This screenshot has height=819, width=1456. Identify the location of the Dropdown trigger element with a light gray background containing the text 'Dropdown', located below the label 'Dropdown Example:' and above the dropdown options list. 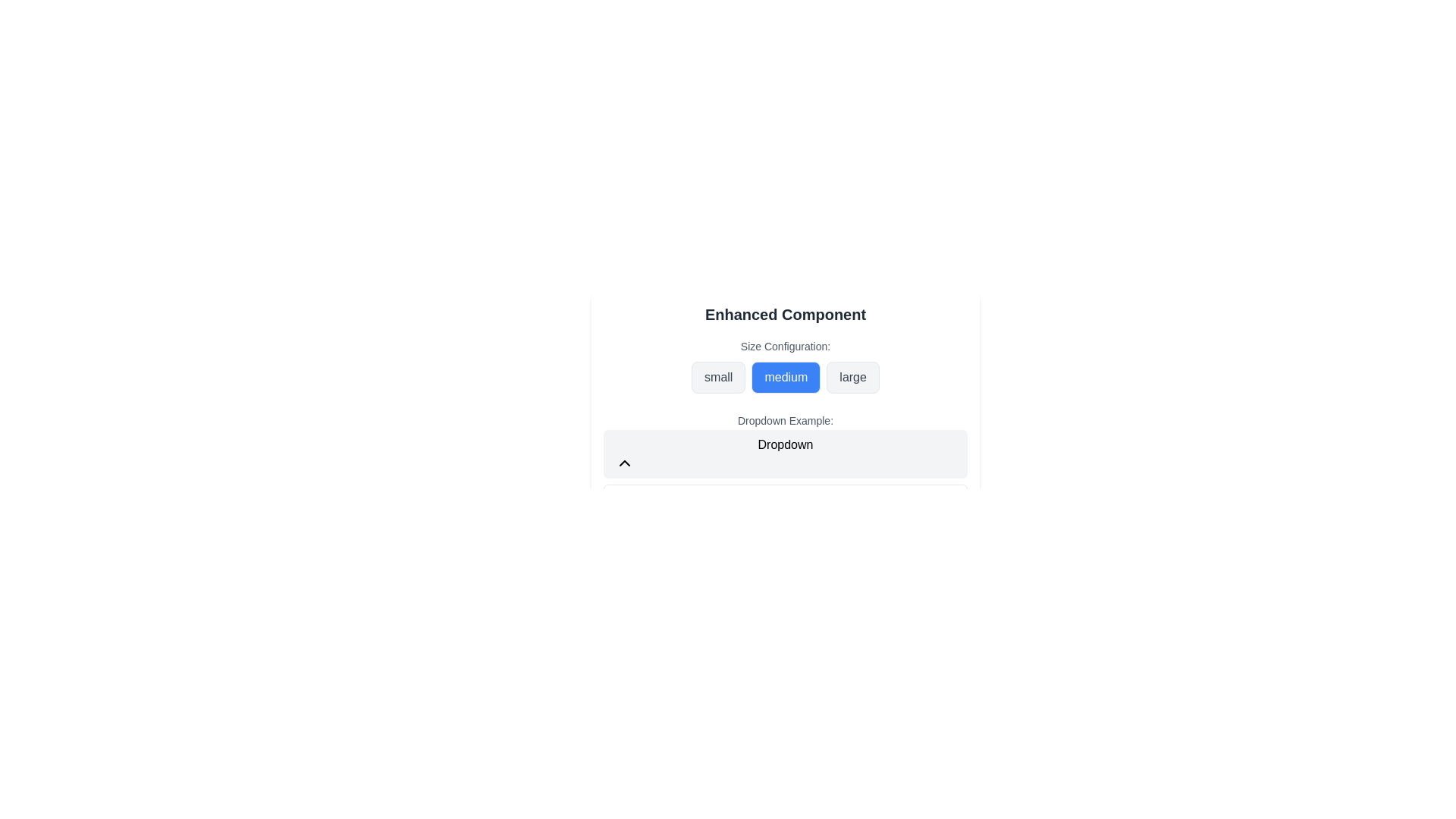
(786, 456).